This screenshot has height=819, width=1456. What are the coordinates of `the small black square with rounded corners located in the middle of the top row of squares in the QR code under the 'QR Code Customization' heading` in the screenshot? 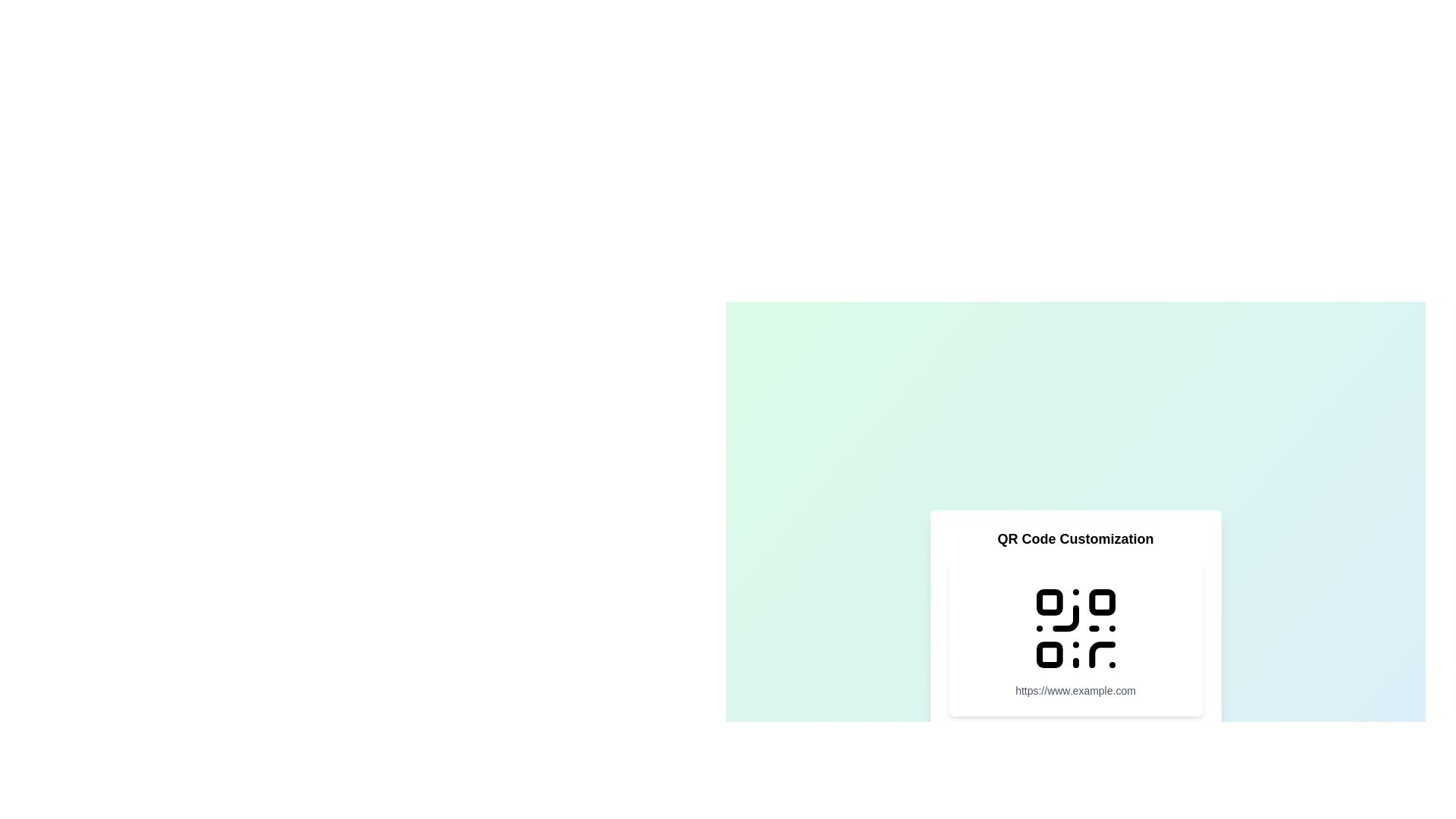 It's located at (1102, 601).